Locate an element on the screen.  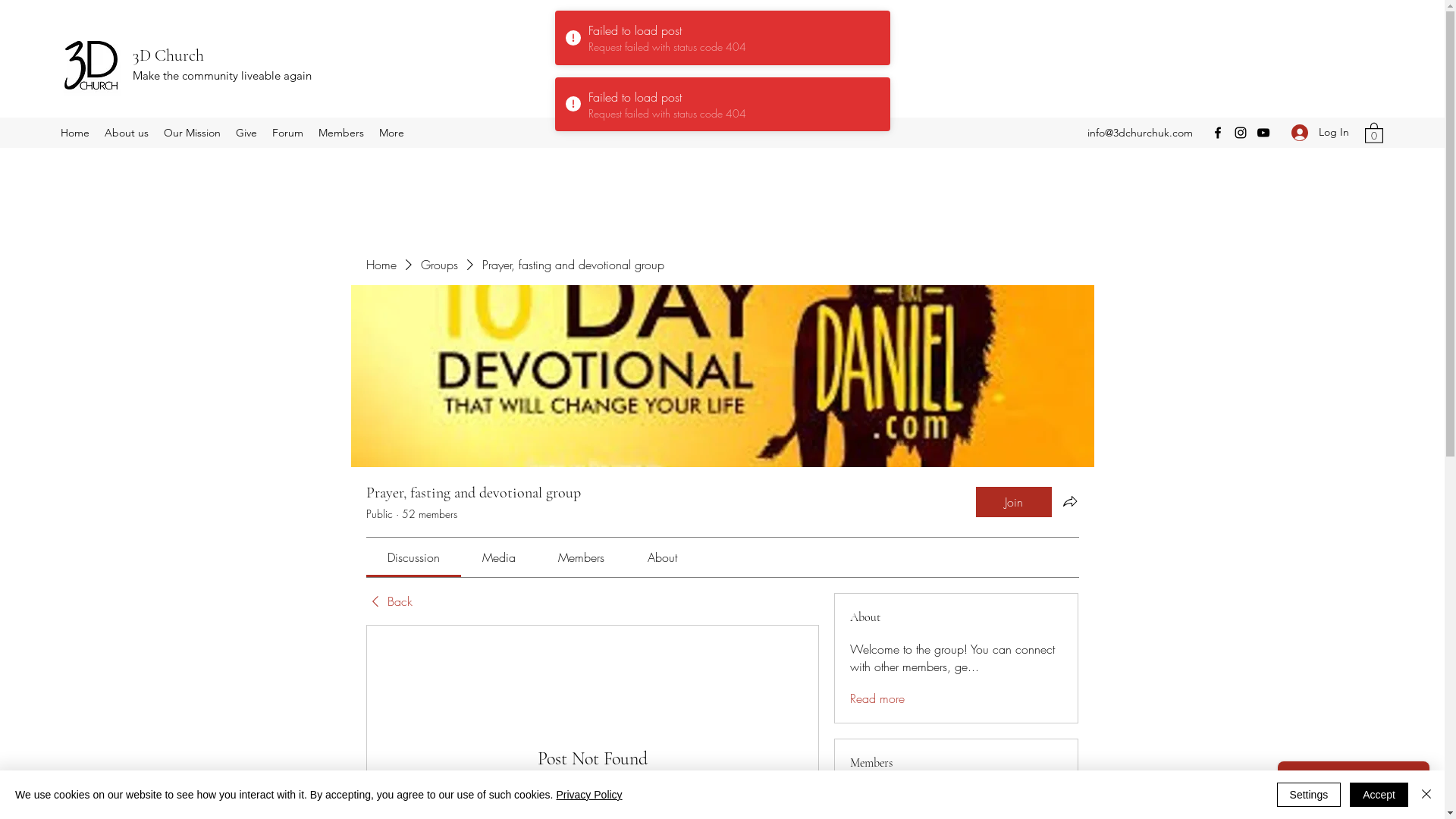
'Groups' is located at coordinates (438, 263).